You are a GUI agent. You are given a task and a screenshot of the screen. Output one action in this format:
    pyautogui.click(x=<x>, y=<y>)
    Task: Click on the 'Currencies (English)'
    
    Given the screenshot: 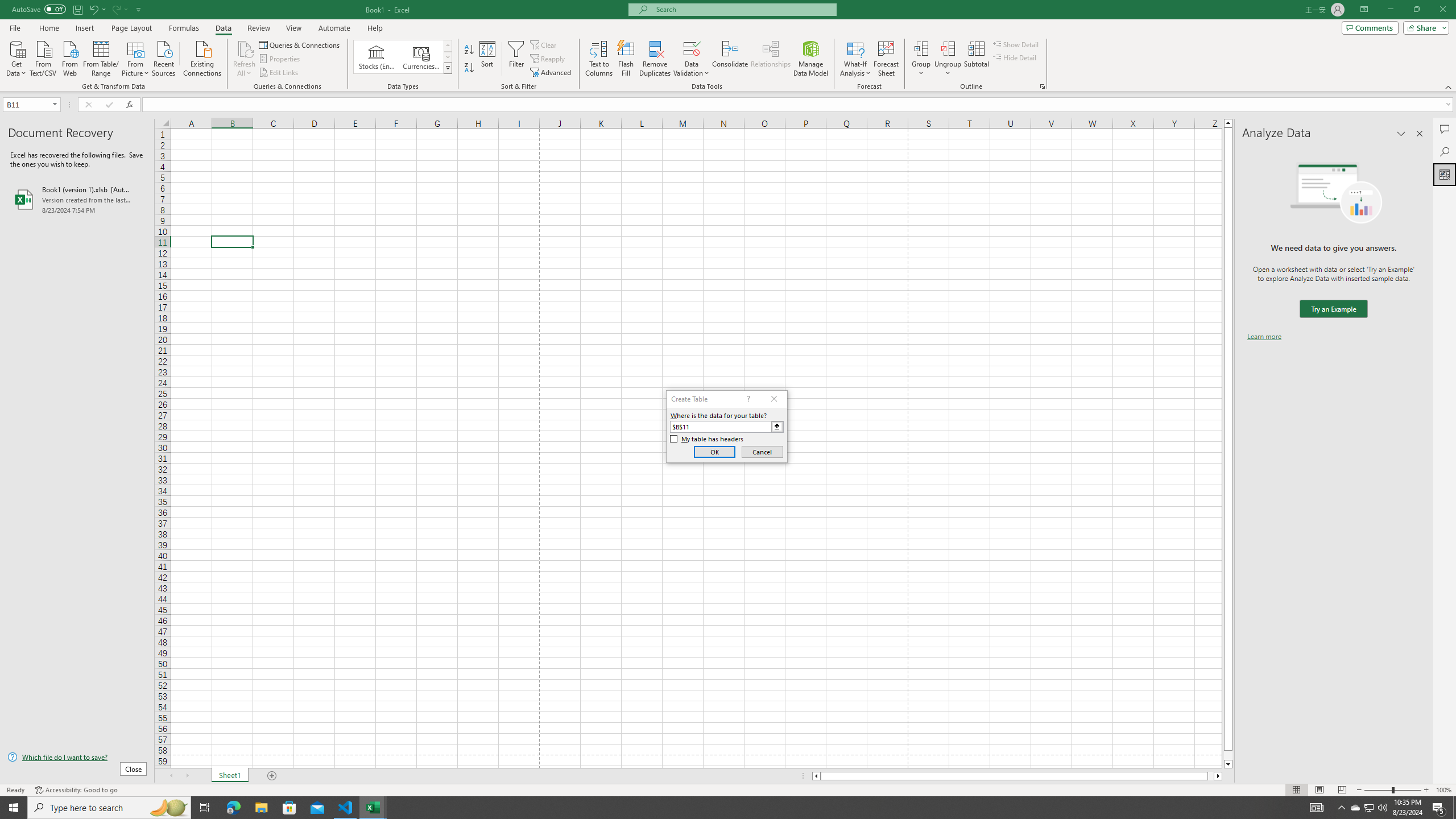 What is the action you would take?
    pyautogui.click(x=420, y=56)
    